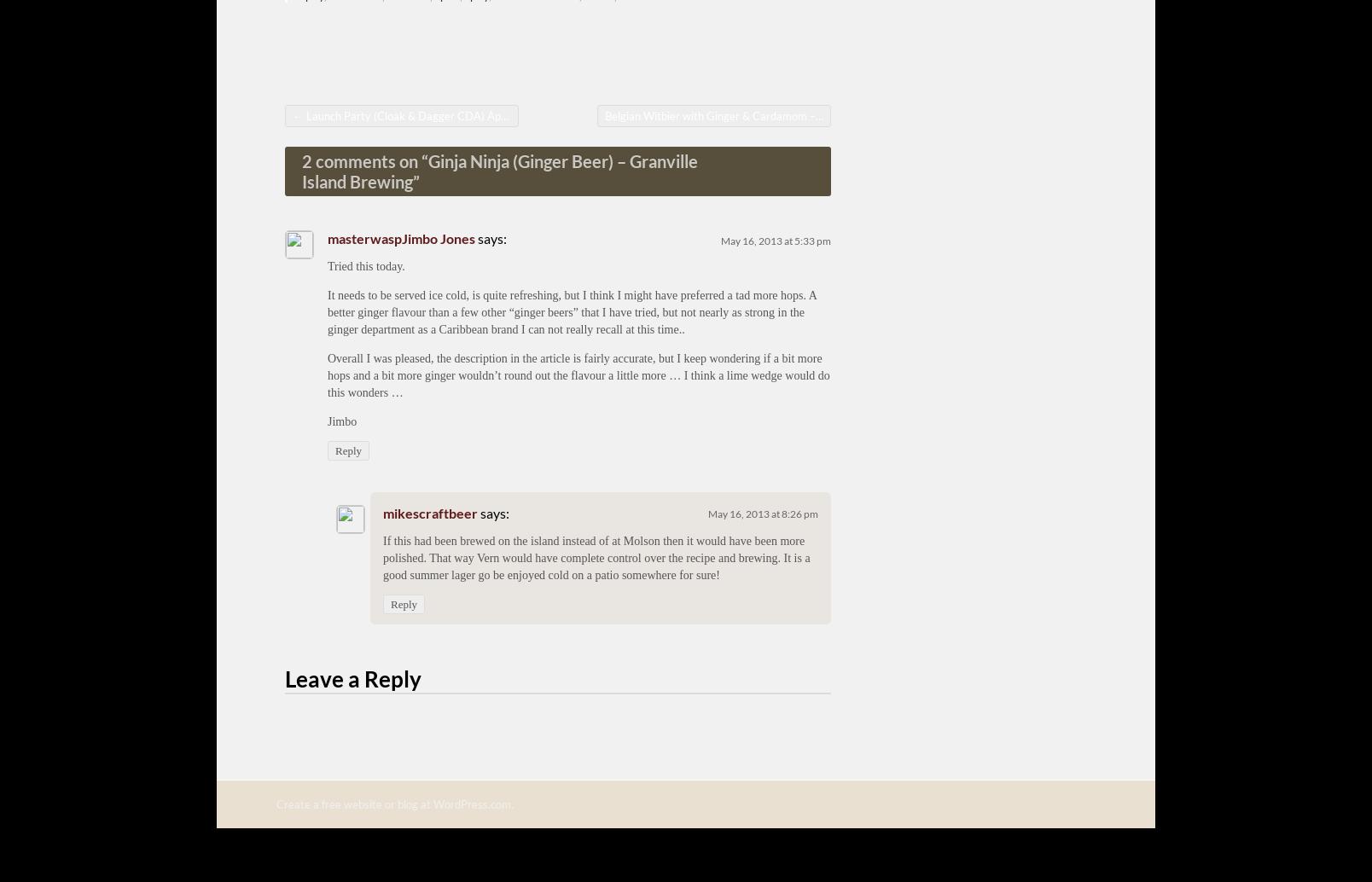 The image size is (1372, 882). Describe the element at coordinates (301, 170) in the screenshot. I see `'Ginja Ninja (Ginger Beer) – Granville Island Brewing'` at that location.